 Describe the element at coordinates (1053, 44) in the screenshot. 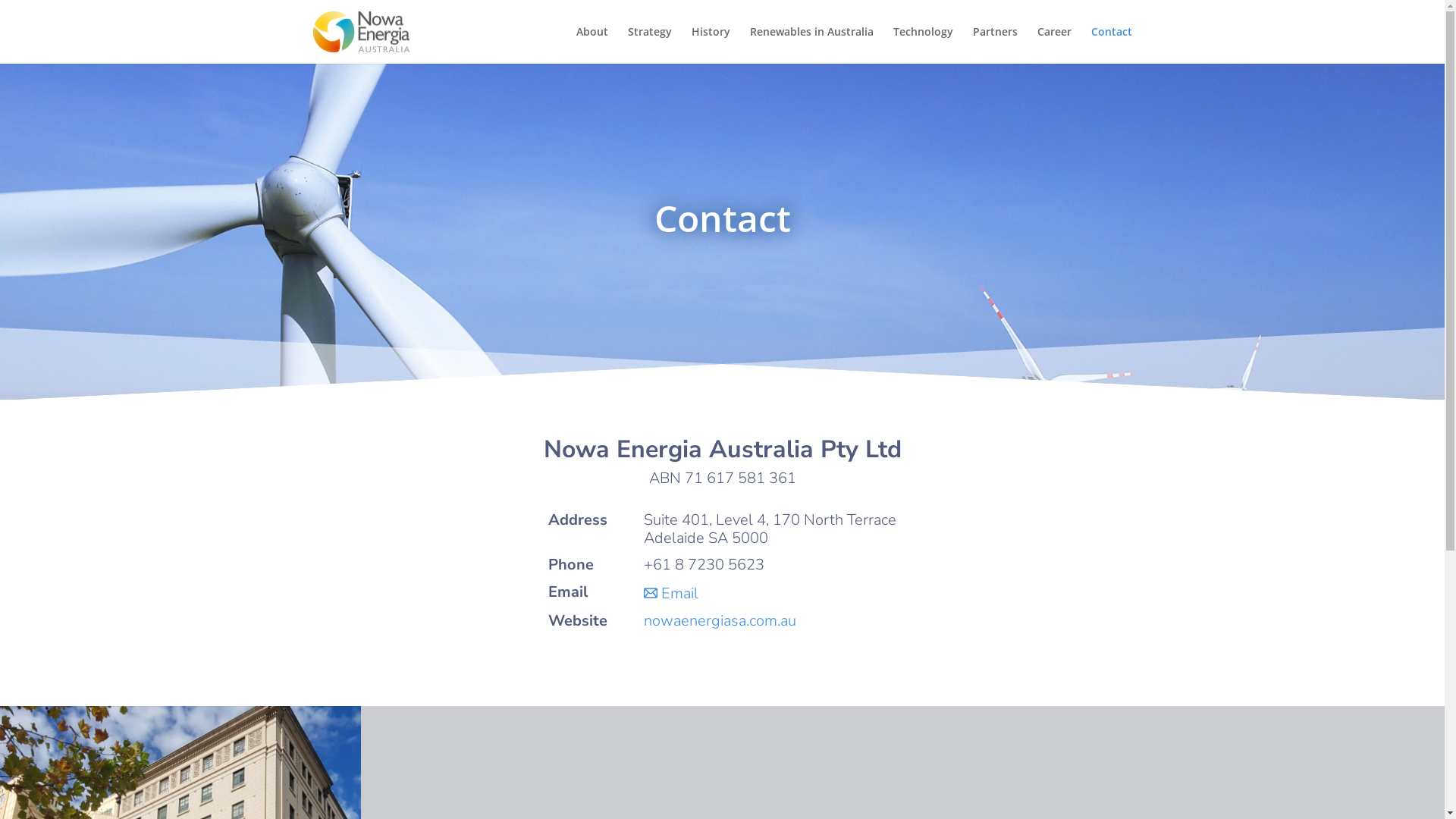

I see `'Career'` at that location.